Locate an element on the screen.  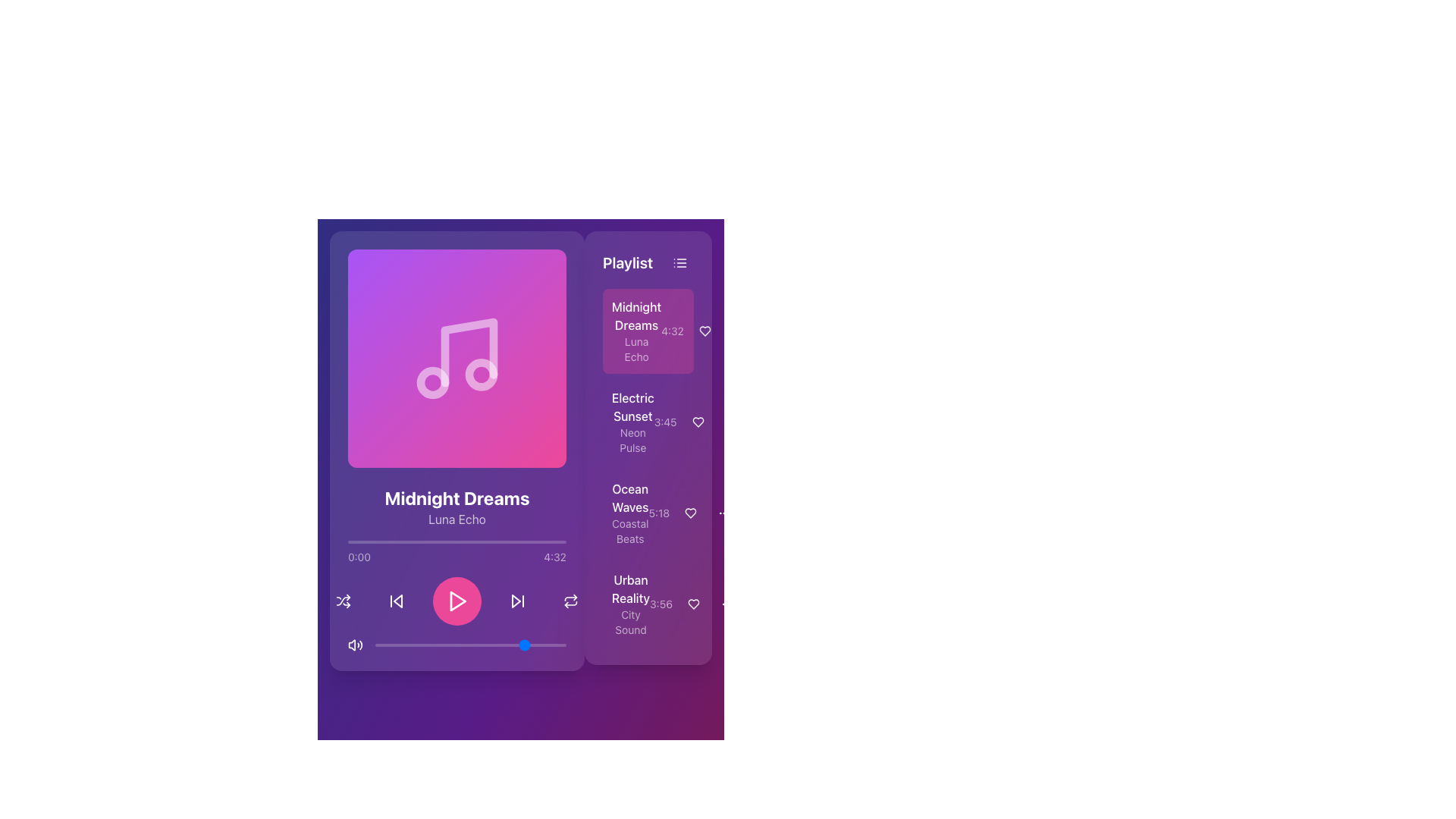
the heart icon button representing the 'favorite' function for the song 'Ocean Waves' is located at coordinates (690, 513).